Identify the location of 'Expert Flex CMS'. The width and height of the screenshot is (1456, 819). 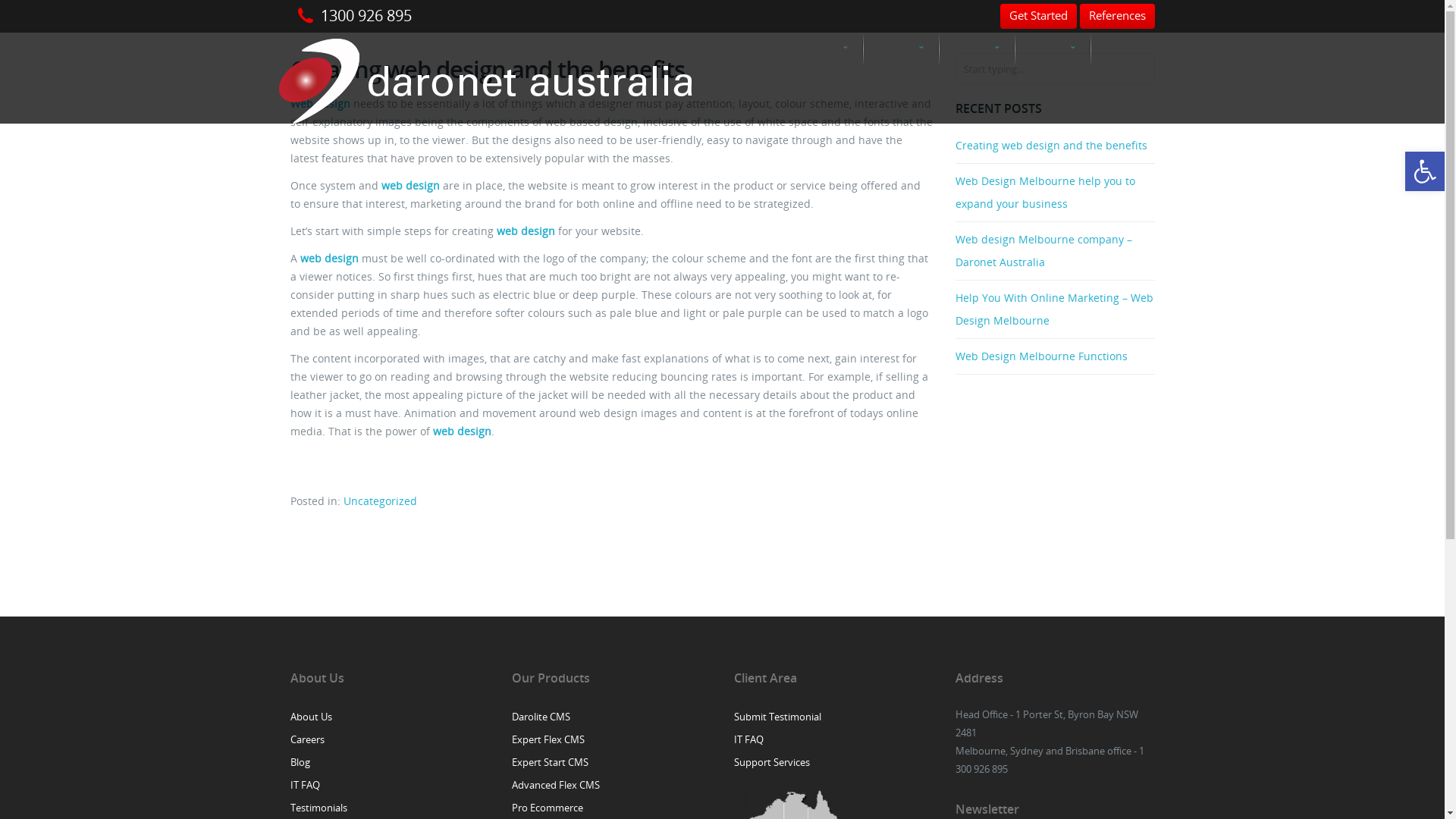
(512, 739).